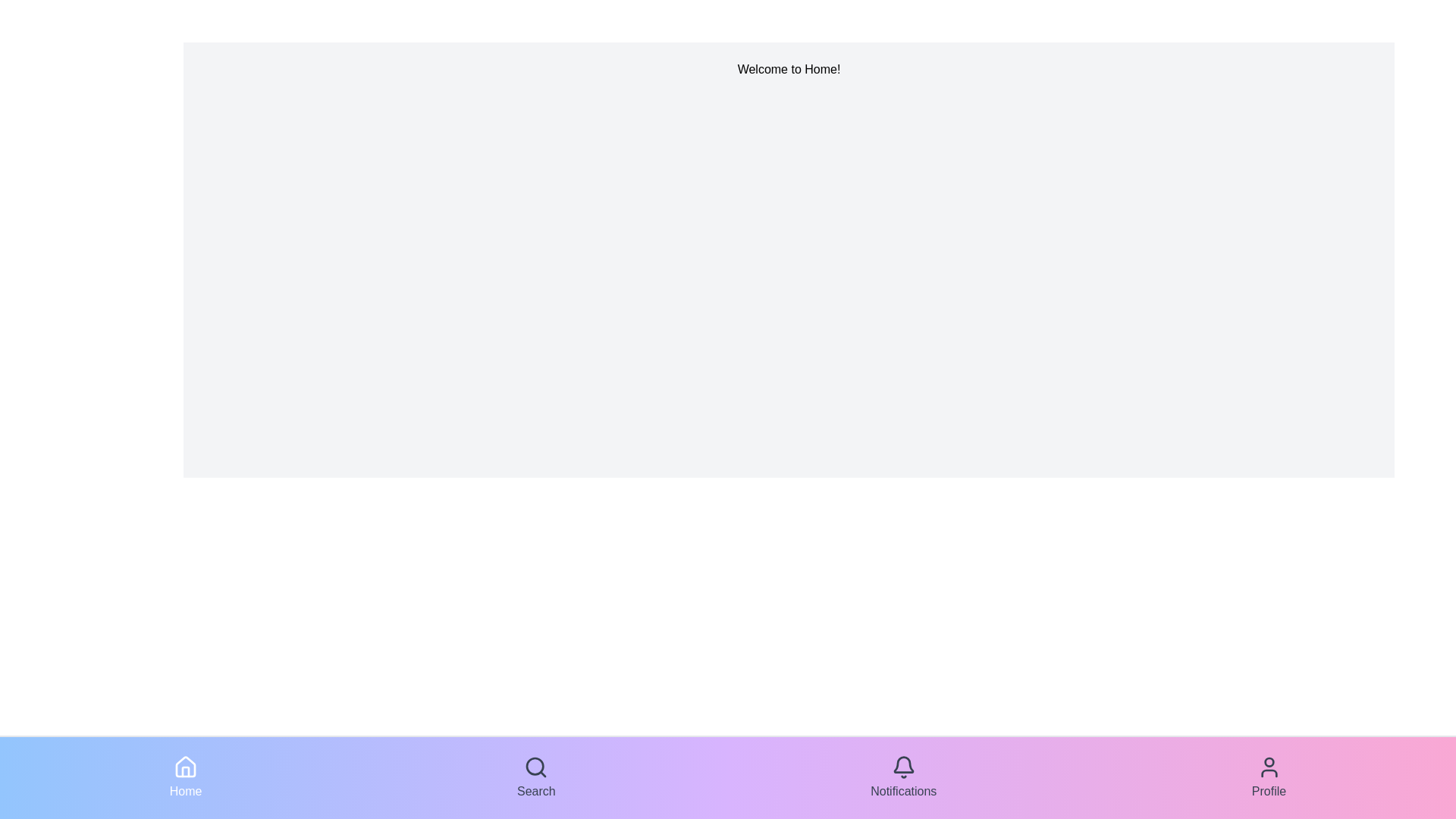 This screenshot has width=1456, height=819. I want to click on the second button from the left in the bottom navigation bar, so click(535, 778).